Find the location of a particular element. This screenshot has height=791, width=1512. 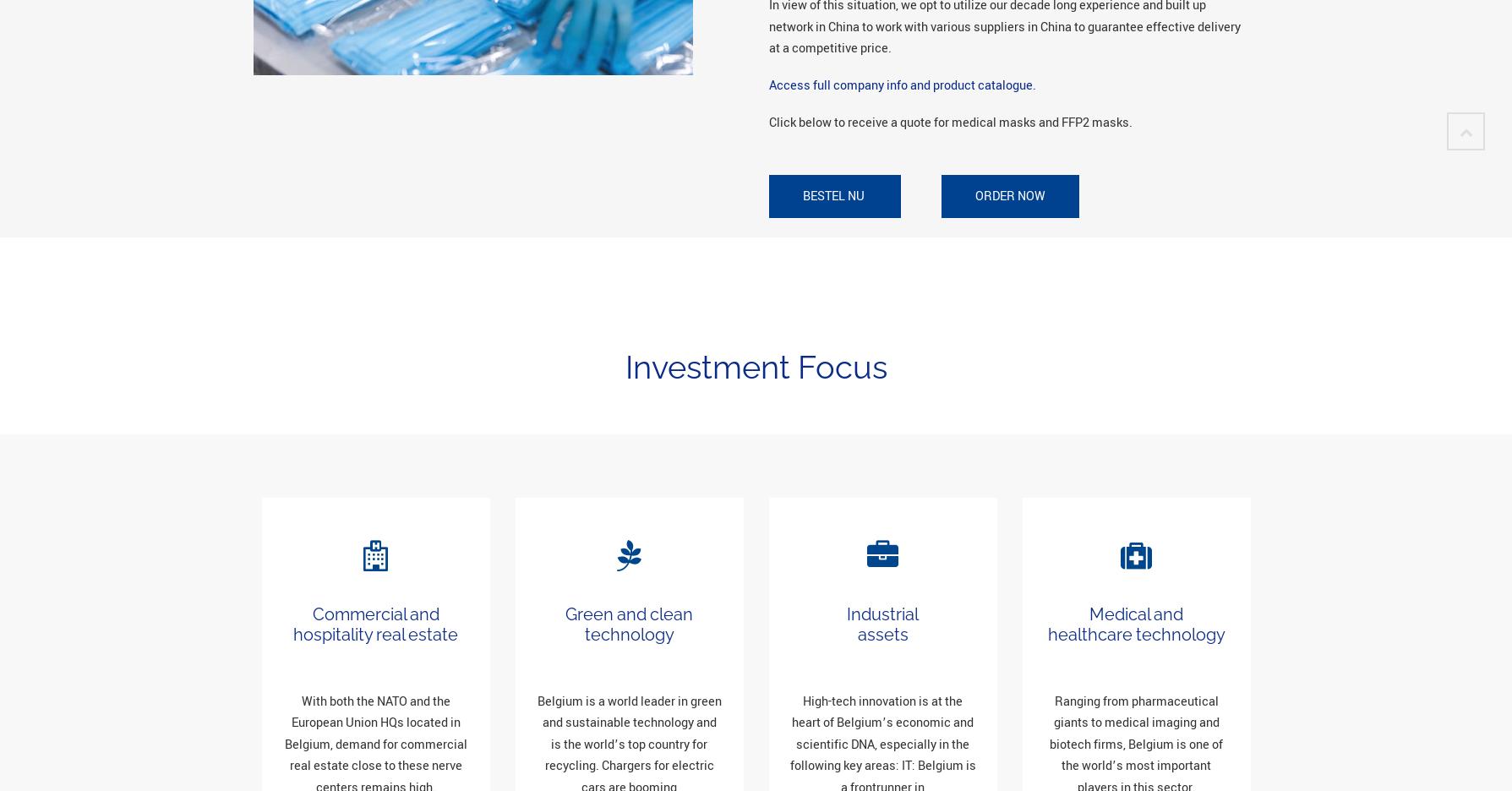

'Click below to receive a quote for medical masks and FFP2 masks.' is located at coordinates (949, 122).